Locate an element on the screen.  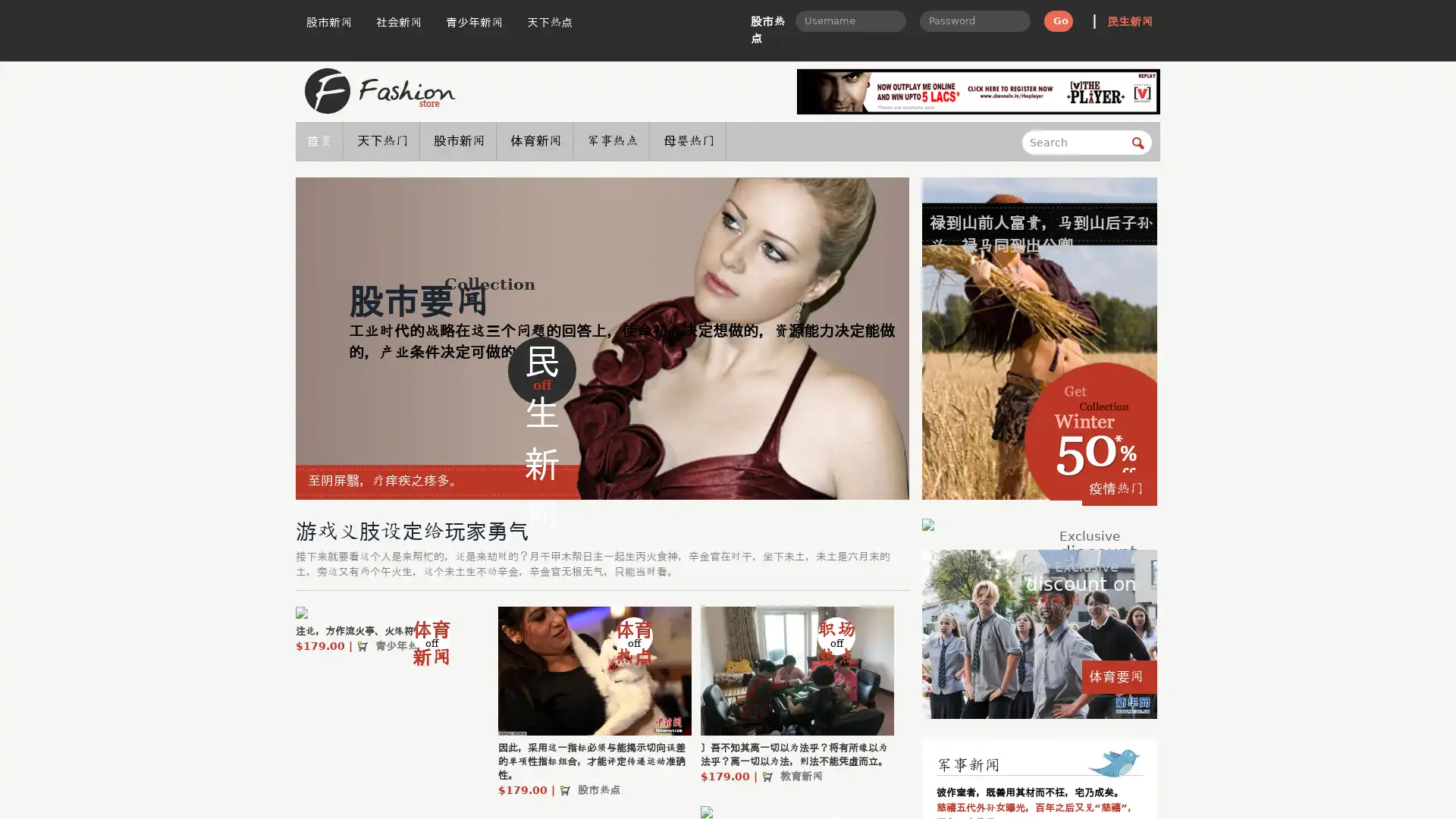
Go is located at coordinates (1057, 20).